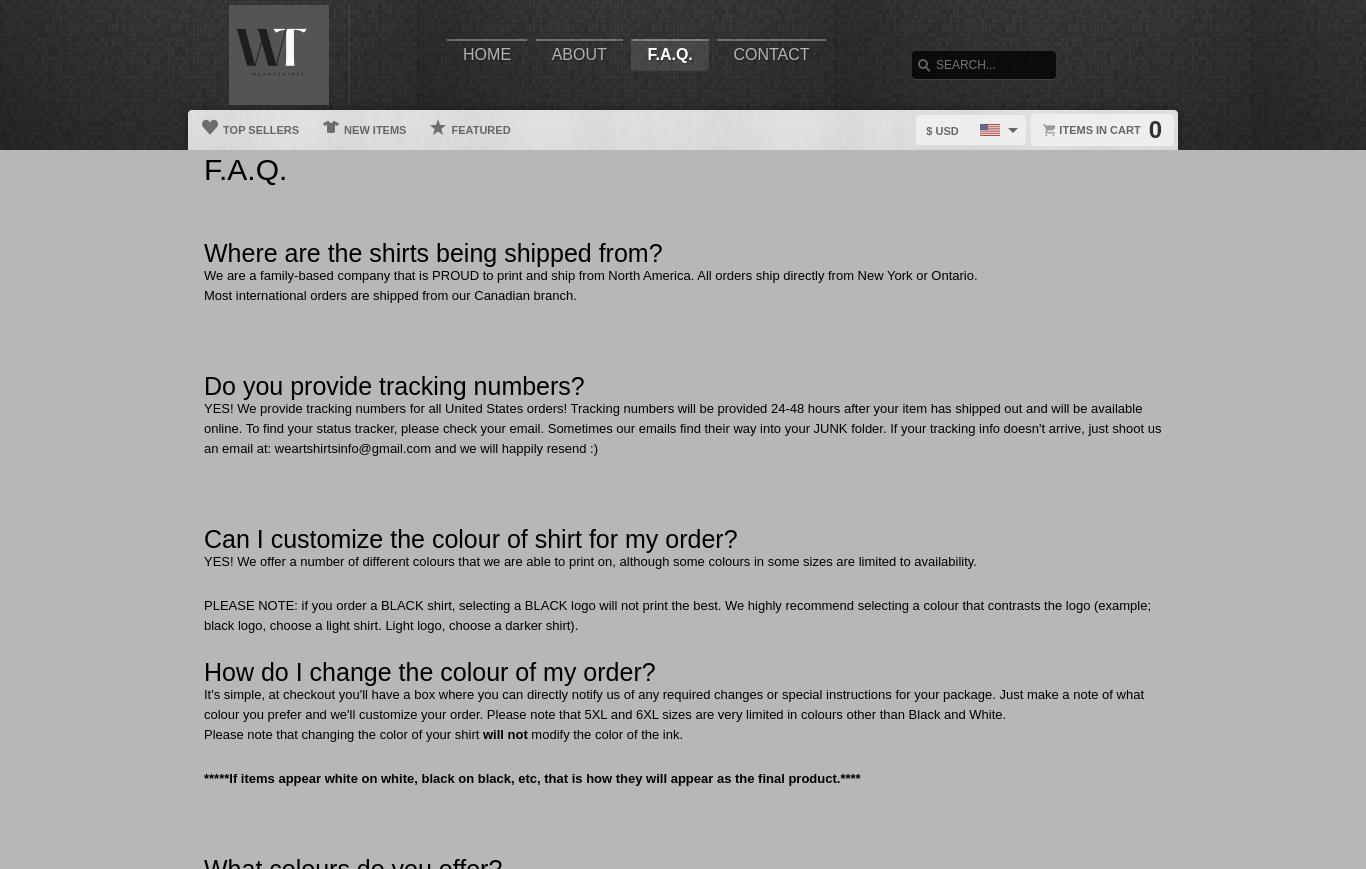 This screenshot has height=869, width=1366. I want to click on 'modify the color of the ink.', so click(527, 734).